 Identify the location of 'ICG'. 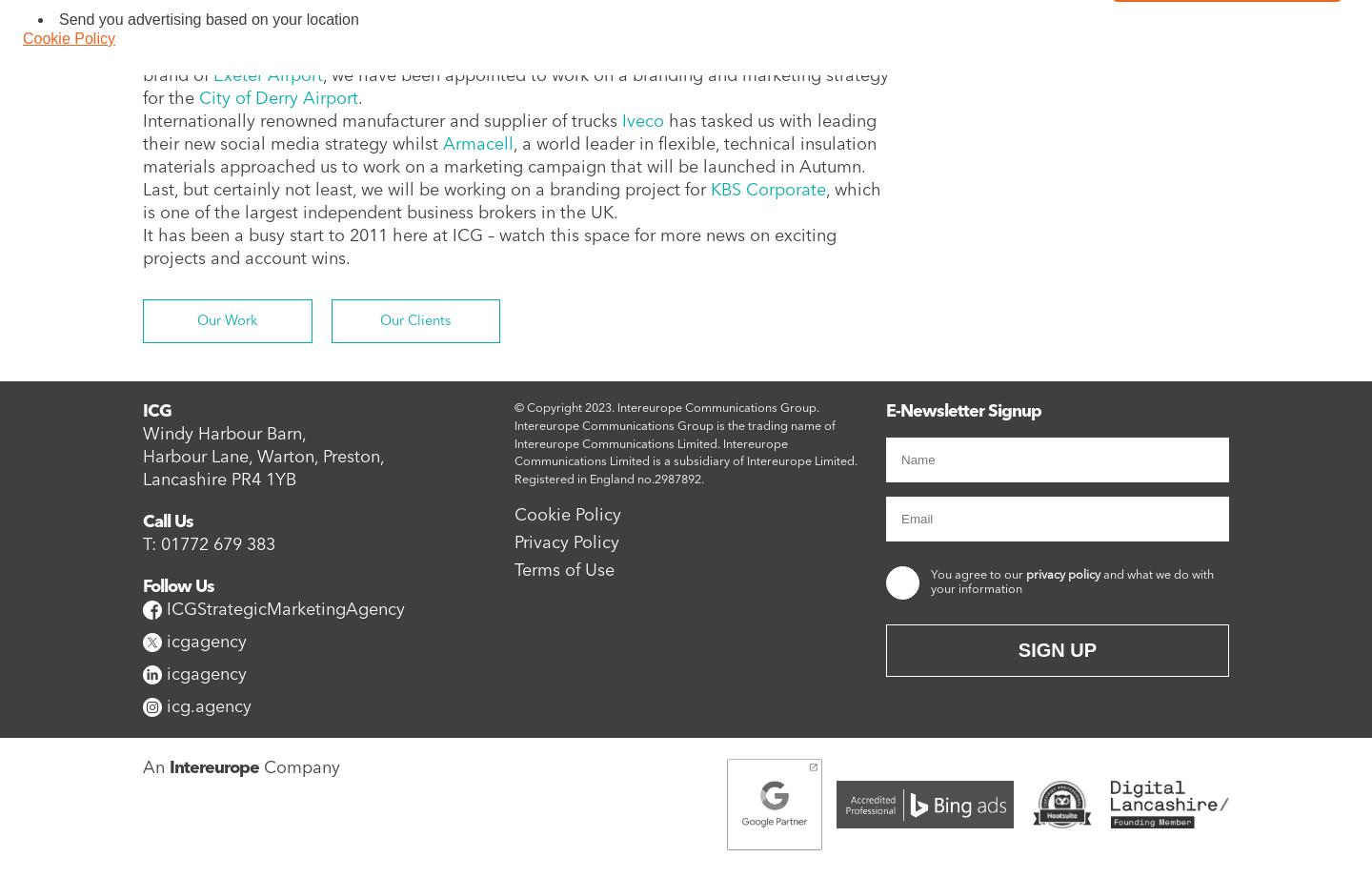
(156, 411).